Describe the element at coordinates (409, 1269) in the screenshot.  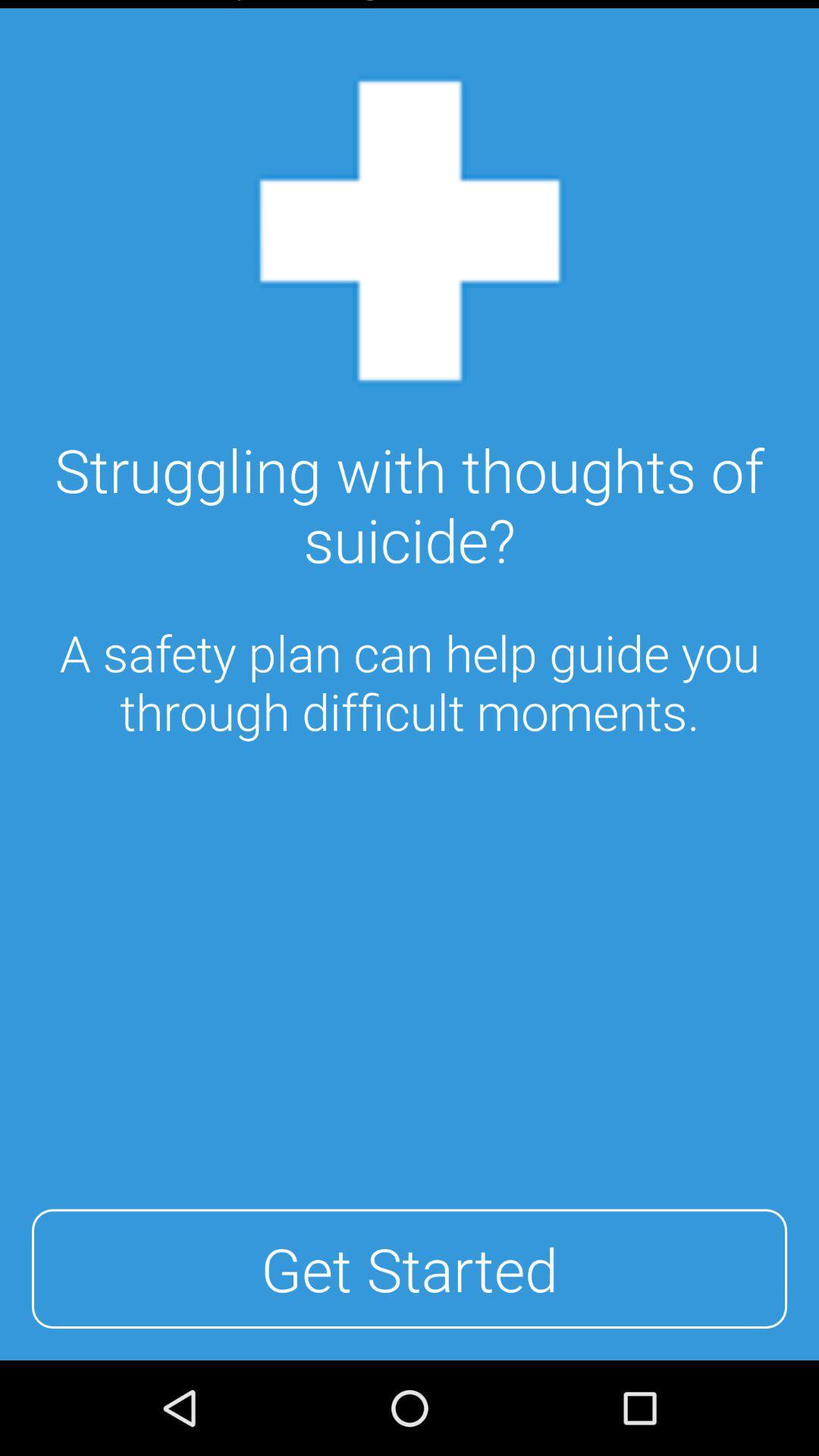
I see `item at the bottom` at that location.